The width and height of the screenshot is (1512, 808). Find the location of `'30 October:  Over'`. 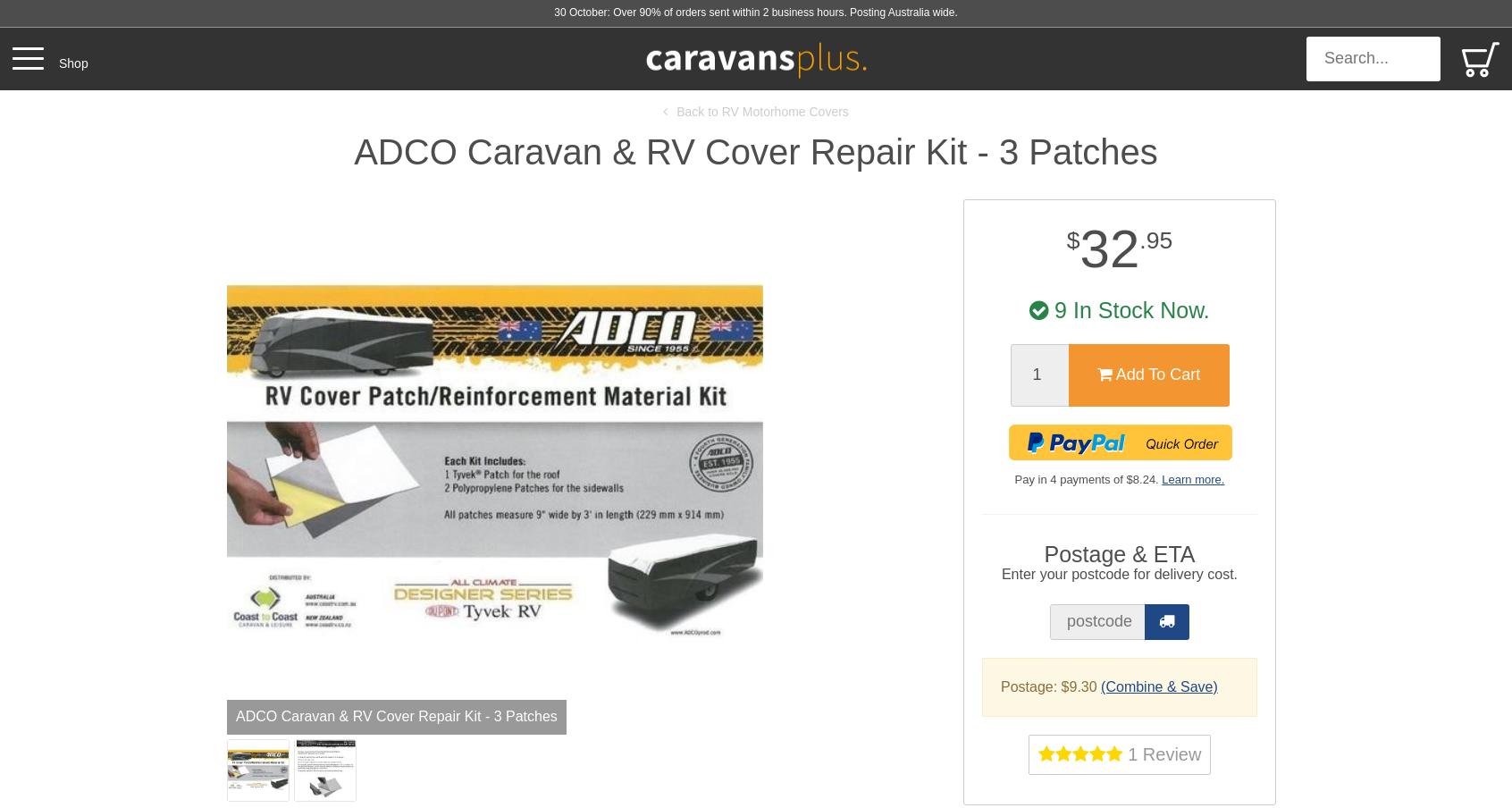

'30 October:  Over' is located at coordinates (552, 12).